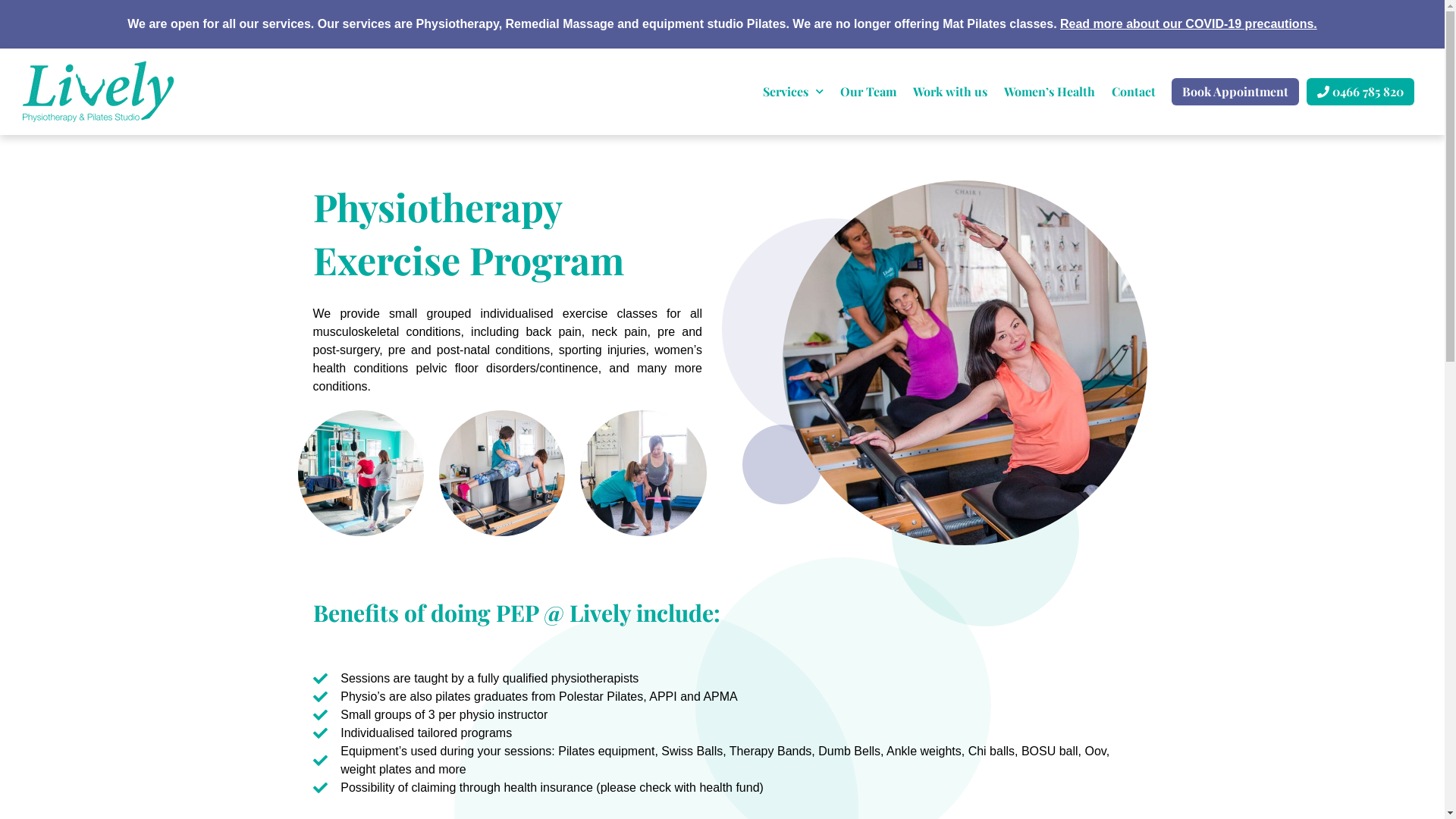 This screenshot has height=819, width=1456. Describe the element at coordinates (1188, 24) in the screenshot. I see `'Read more about our COVID-19 precautions.'` at that location.